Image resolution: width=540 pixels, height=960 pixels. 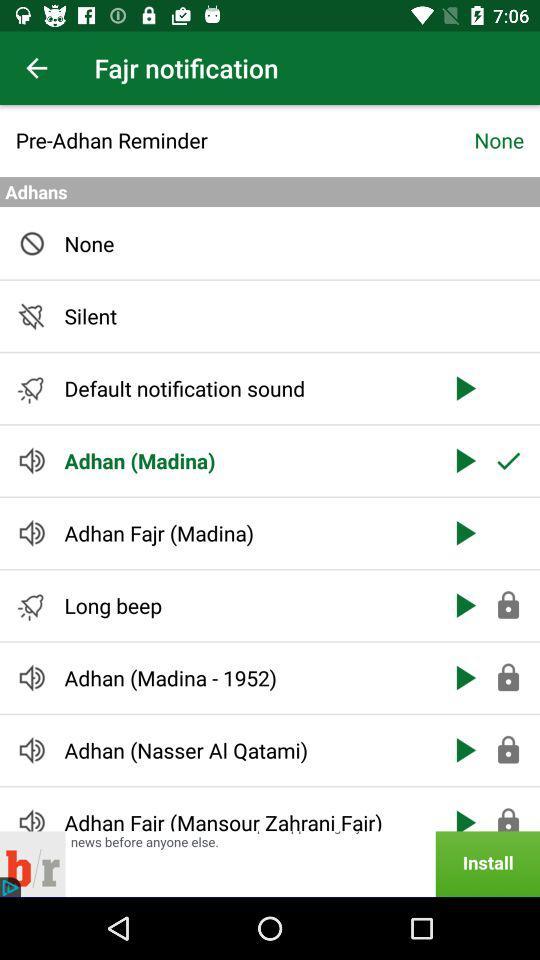 What do you see at coordinates (36, 68) in the screenshot?
I see `the icon above pre-adhan reminder` at bounding box center [36, 68].